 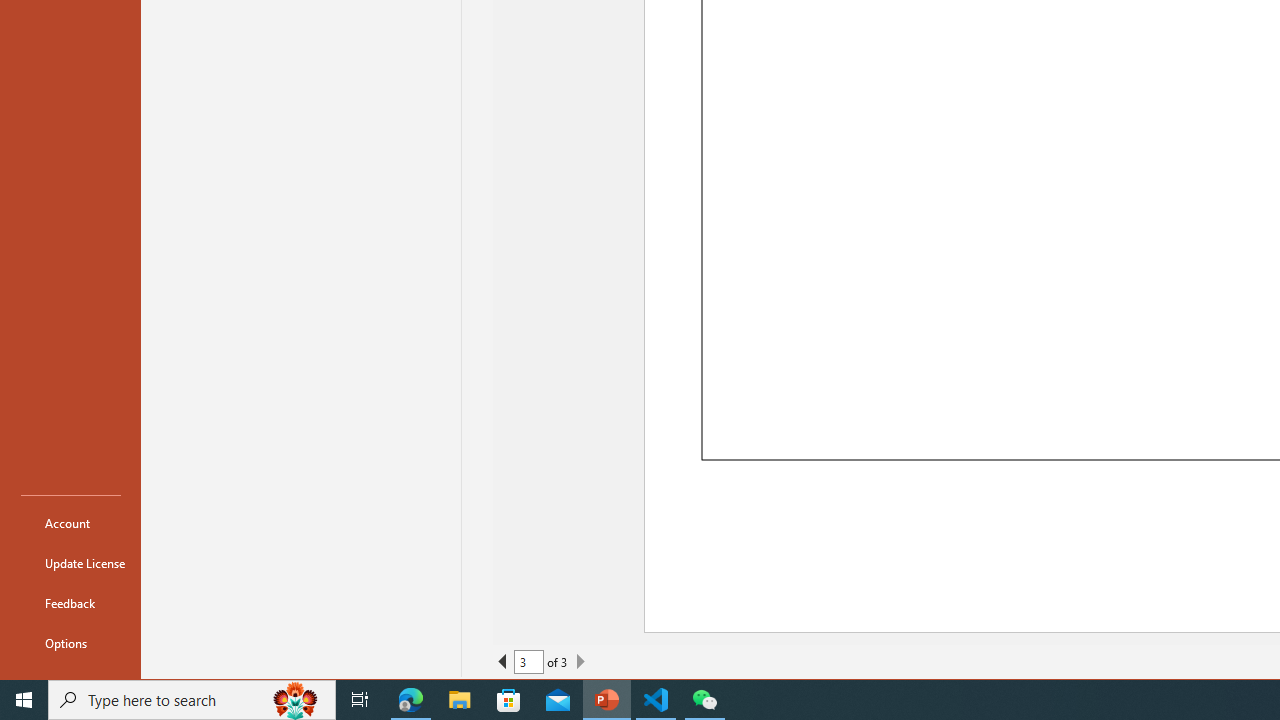 What do you see at coordinates (71, 642) in the screenshot?
I see `'Options'` at bounding box center [71, 642].